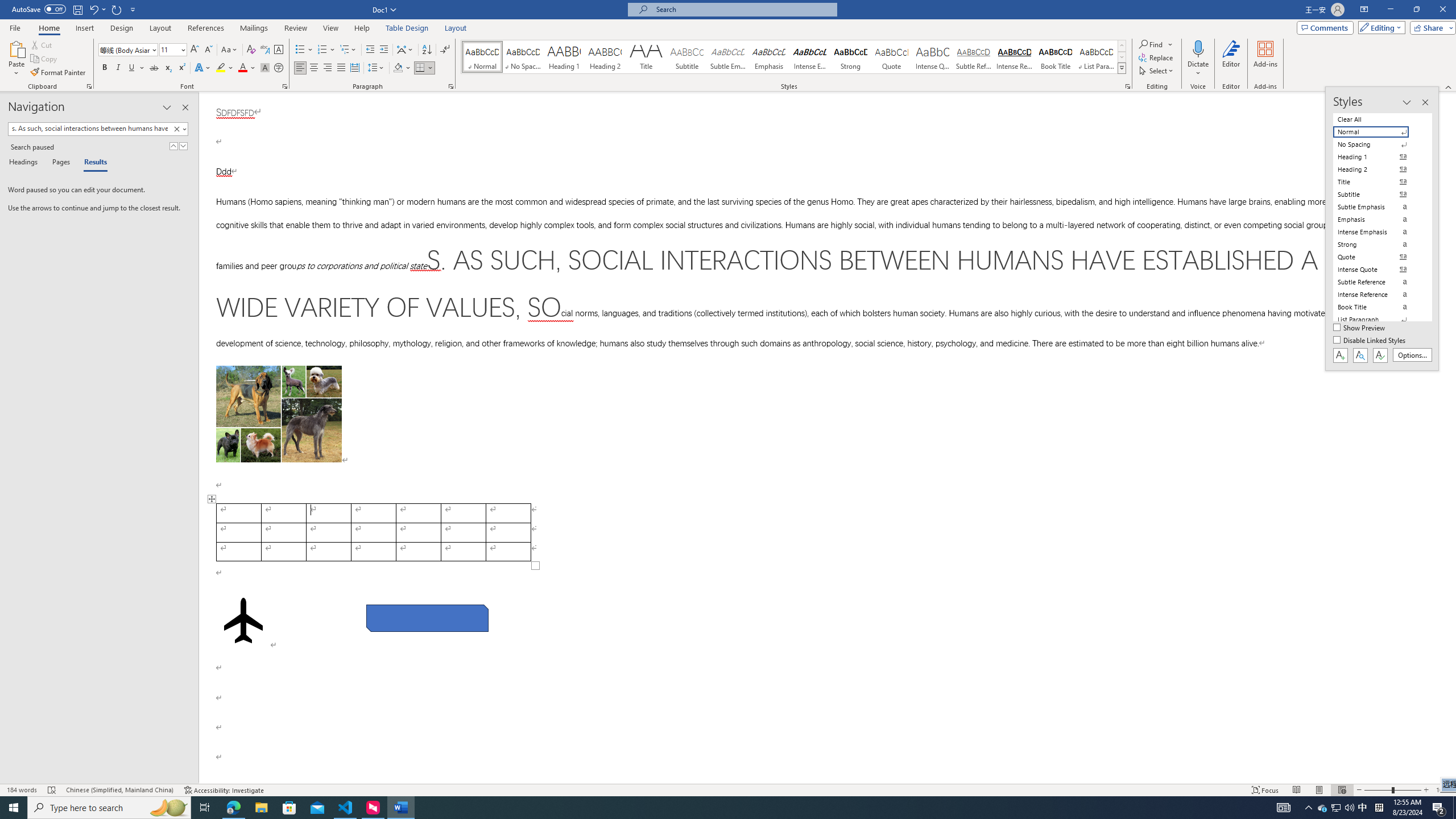 The height and width of the screenshot is (819, 1456). What do you see at coordinates (58, 72) in the screenshot?
I see `'Format Painter'` at bounding box center [58, 72].